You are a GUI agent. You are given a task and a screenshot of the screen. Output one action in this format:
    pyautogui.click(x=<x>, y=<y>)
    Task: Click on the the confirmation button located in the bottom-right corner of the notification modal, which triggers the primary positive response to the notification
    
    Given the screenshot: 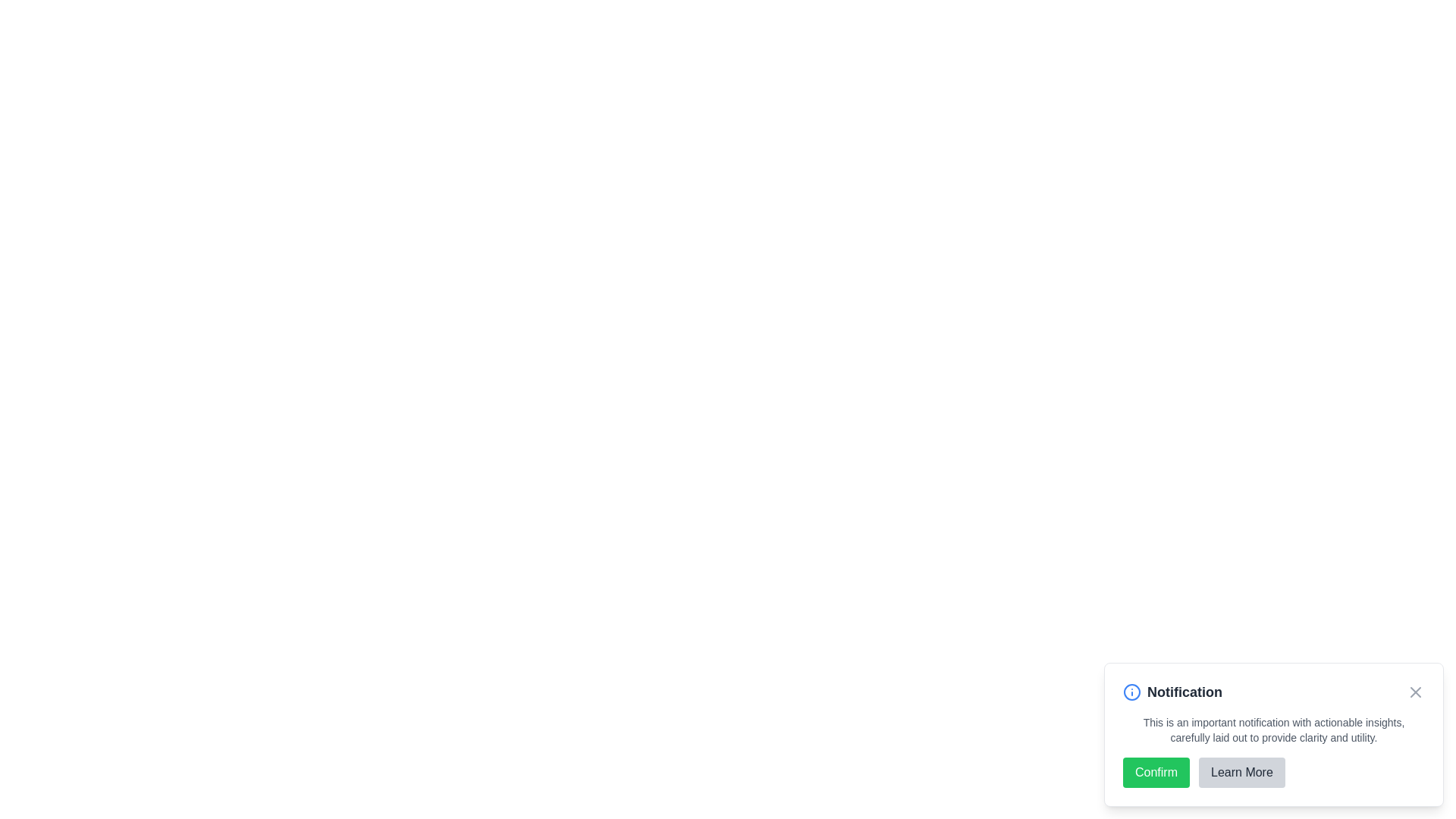 What is the action you would take?
    pyautogui.click(x=1156, y=772)
    